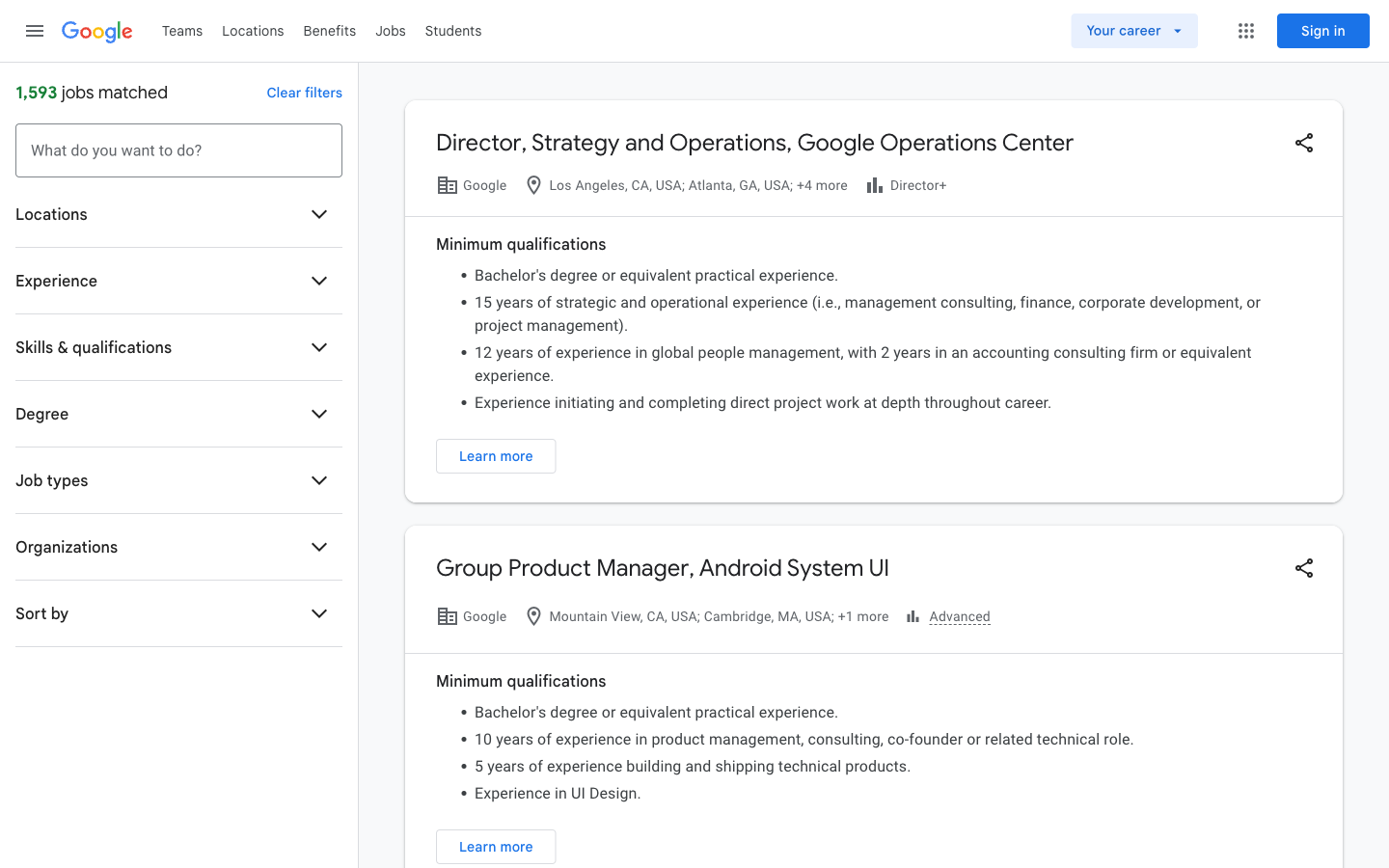 The width and height of the screenshot is (1389, 868). What do you see at coordinates (96, 32) in the screenshot?
I see `Redirect to Google` at bounding box center [96, 32].